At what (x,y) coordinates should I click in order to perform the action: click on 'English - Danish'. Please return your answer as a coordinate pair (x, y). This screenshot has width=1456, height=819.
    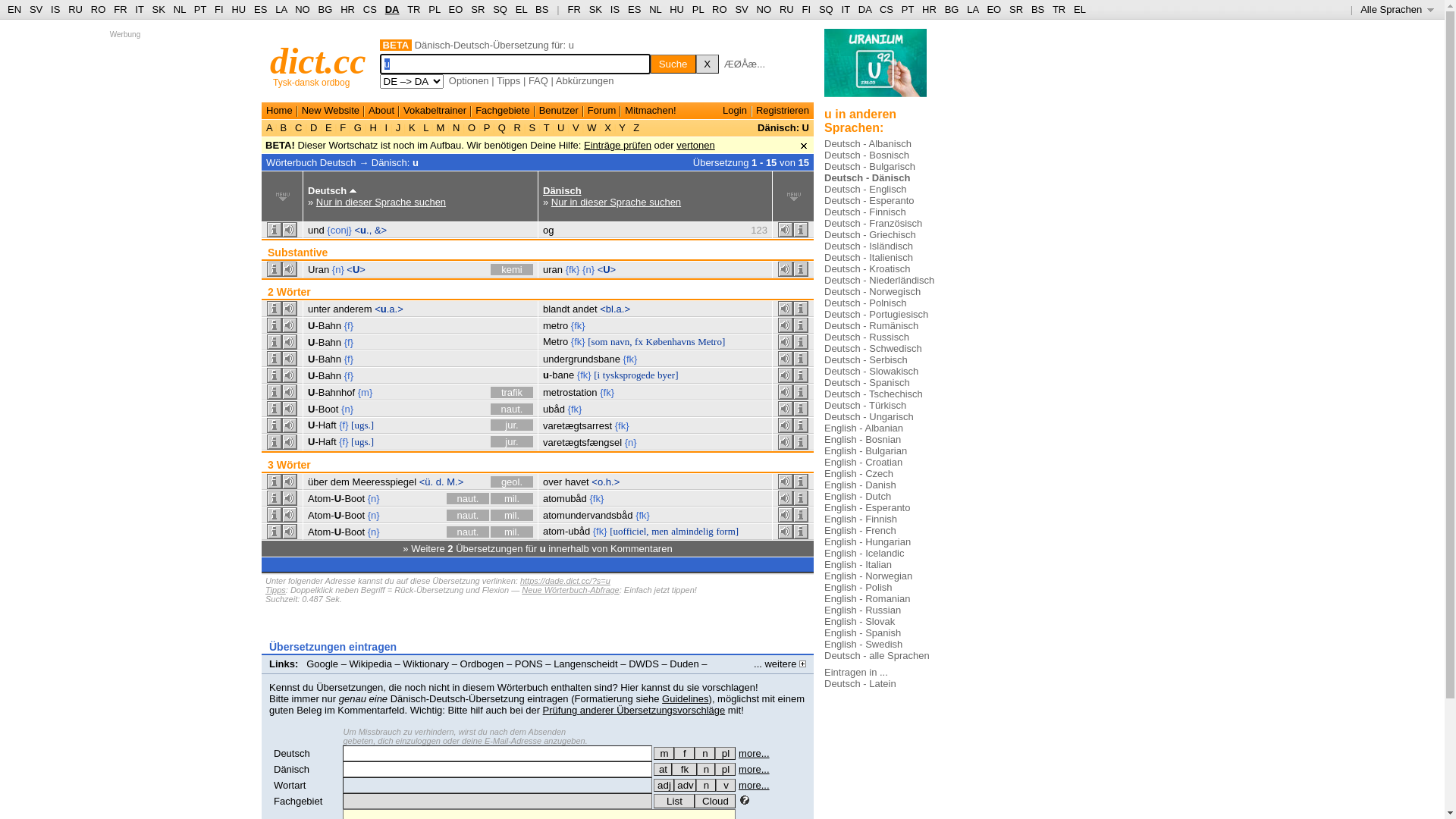
    Looking at the image, I should click on (823, 485).